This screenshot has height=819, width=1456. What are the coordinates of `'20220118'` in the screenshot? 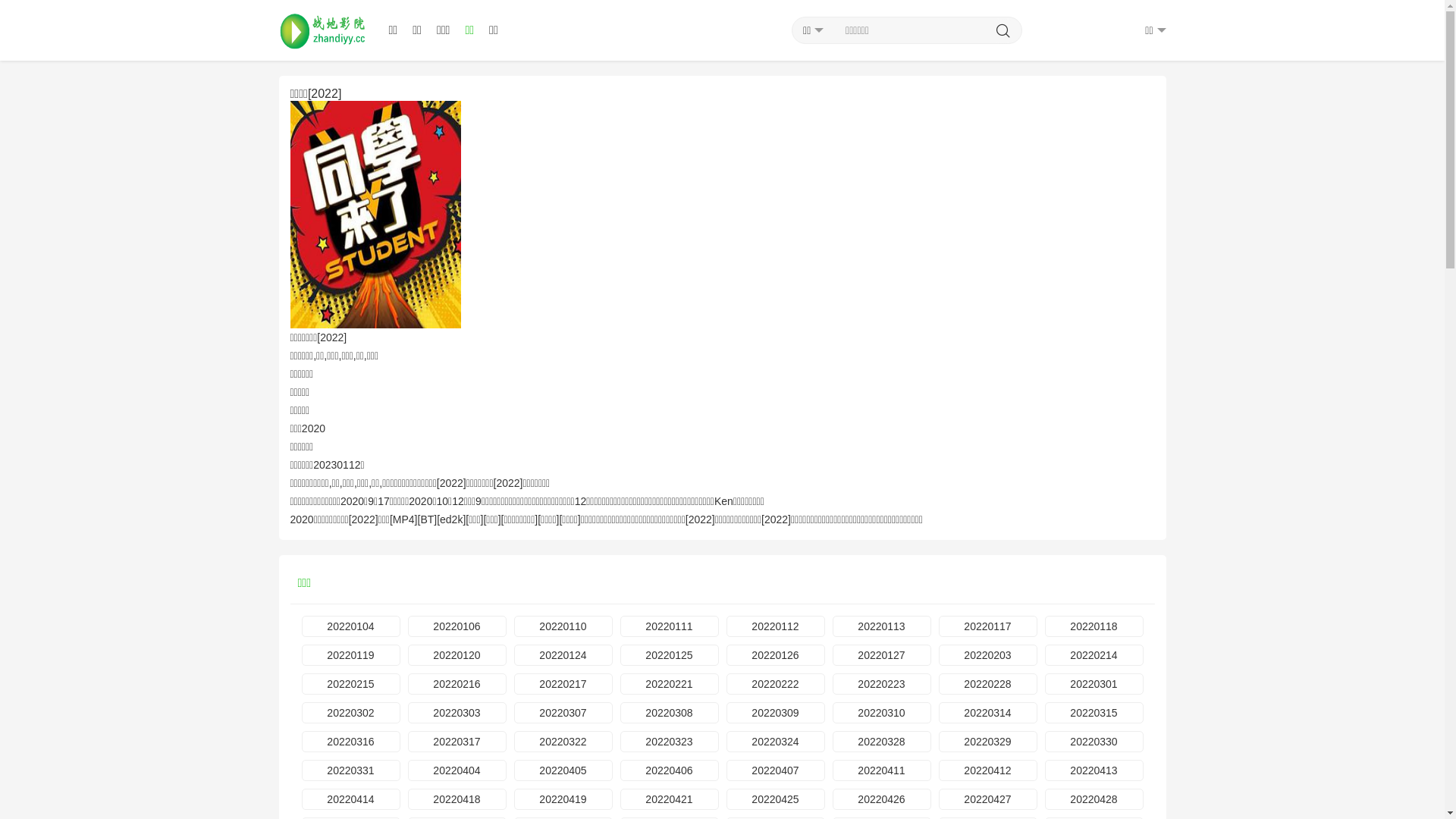 It's located at (1094, 626).